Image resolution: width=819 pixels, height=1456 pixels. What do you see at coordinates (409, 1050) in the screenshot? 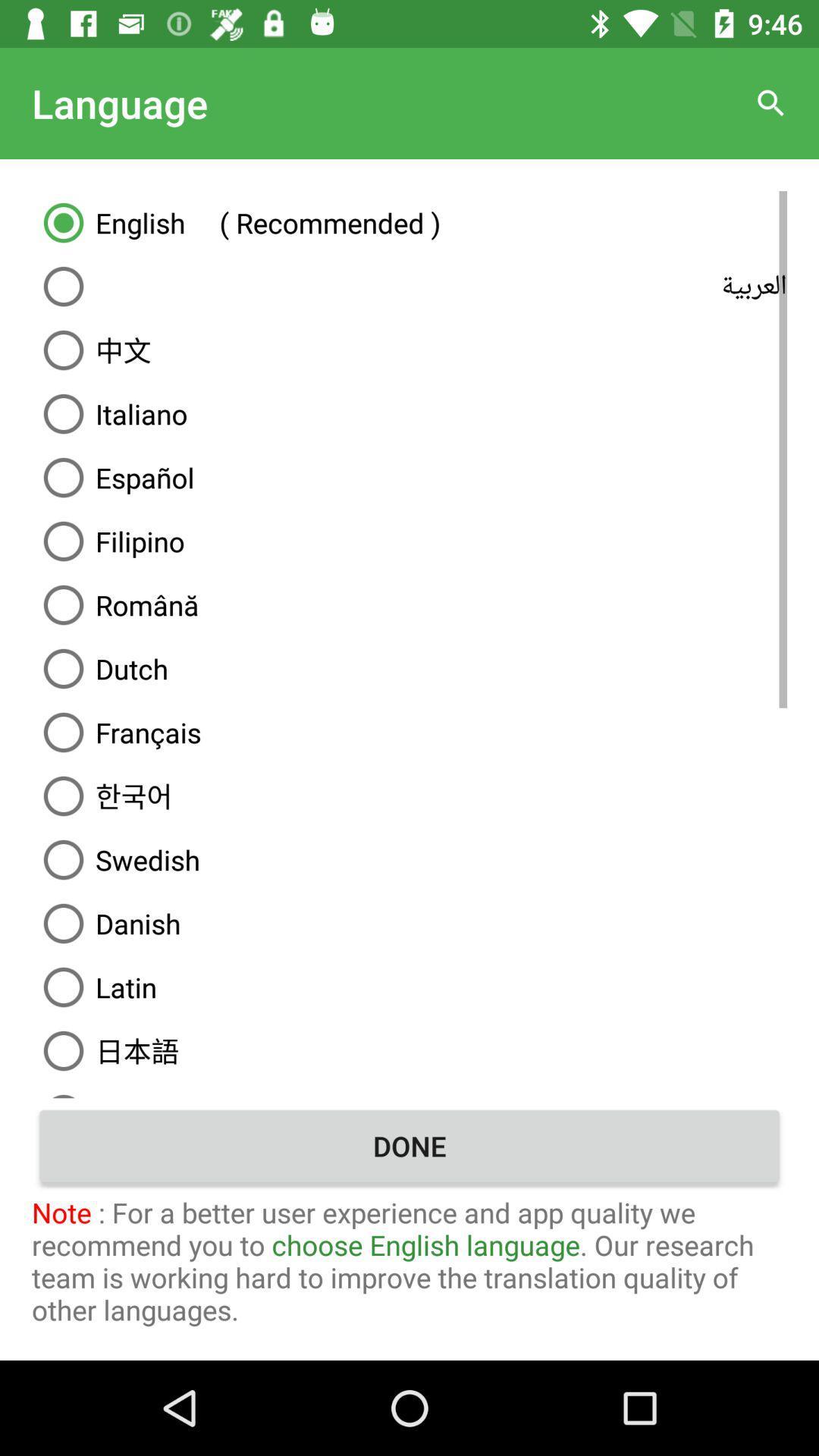
I see `the item below the latin icon` at bounding box center [409, 1050].